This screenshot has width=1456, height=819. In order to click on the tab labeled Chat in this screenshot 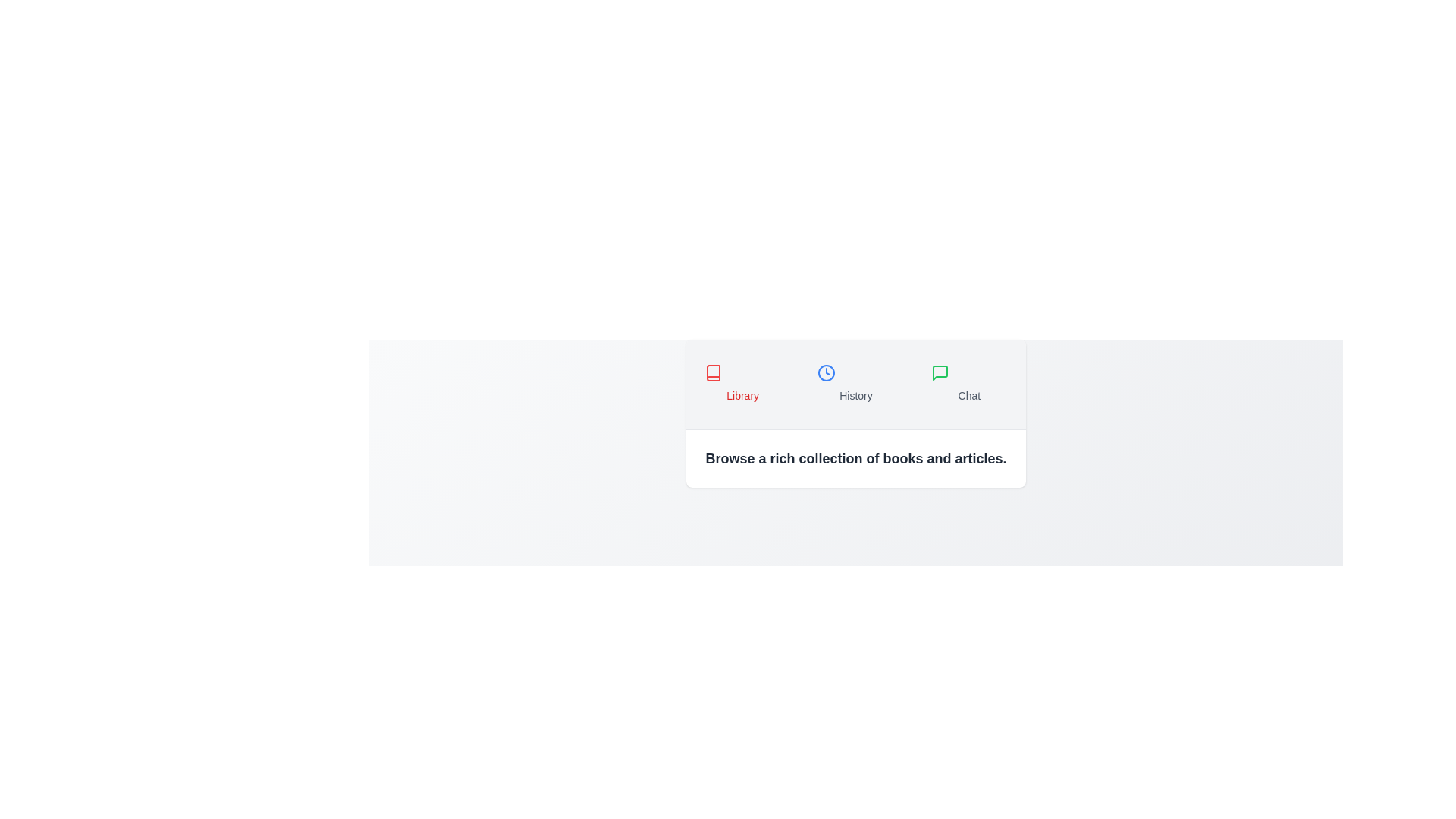, I will do `click(968, 383)`.